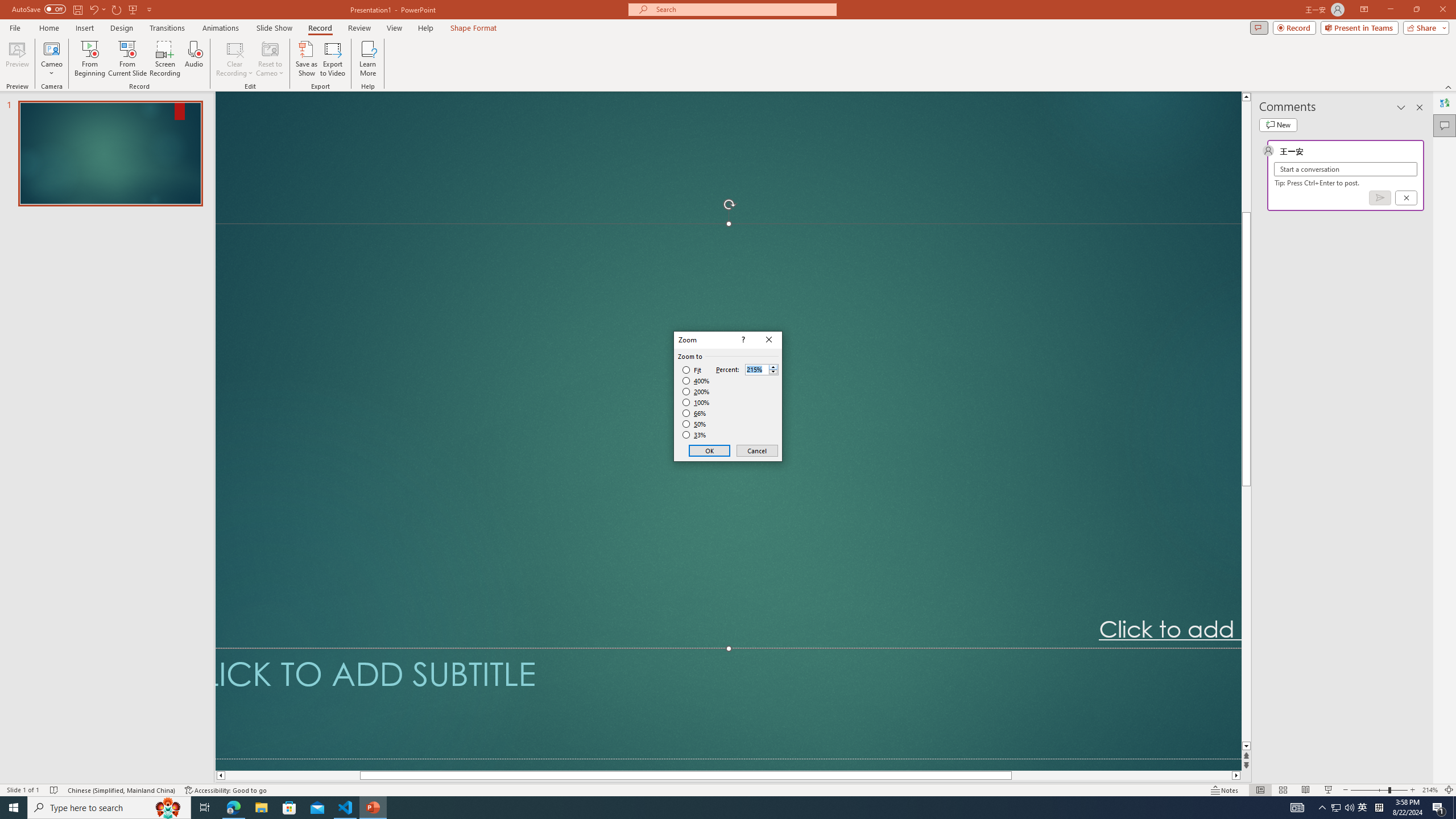 The image size is (1456, 819). I want to click on 'Start a conversation', so click(1345, 168).